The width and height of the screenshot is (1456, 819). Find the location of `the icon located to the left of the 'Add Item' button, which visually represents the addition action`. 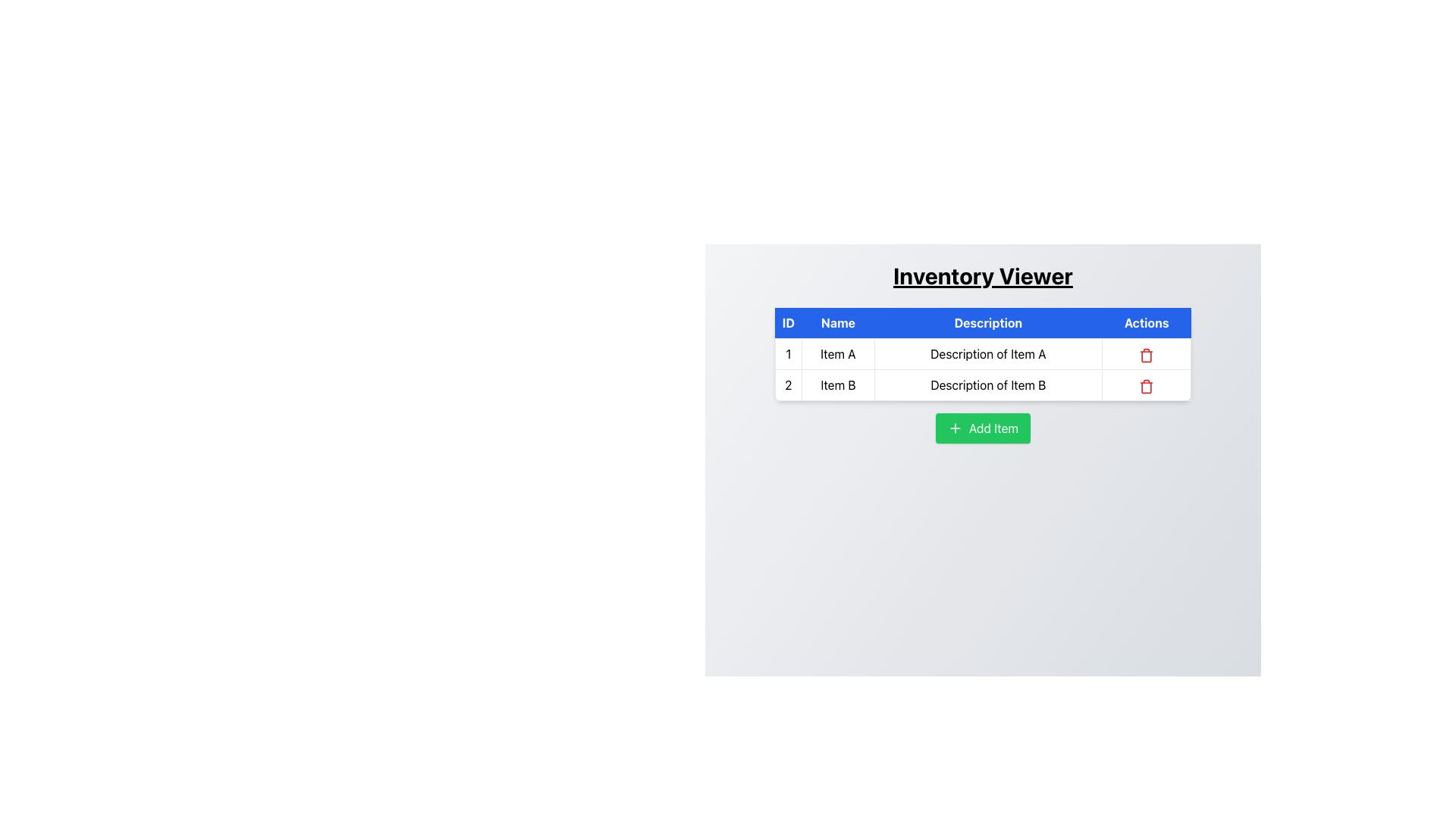

the icon located to the left of the 'Add Item' button, which visually represents the addition action is located at coordinates (954, 428).